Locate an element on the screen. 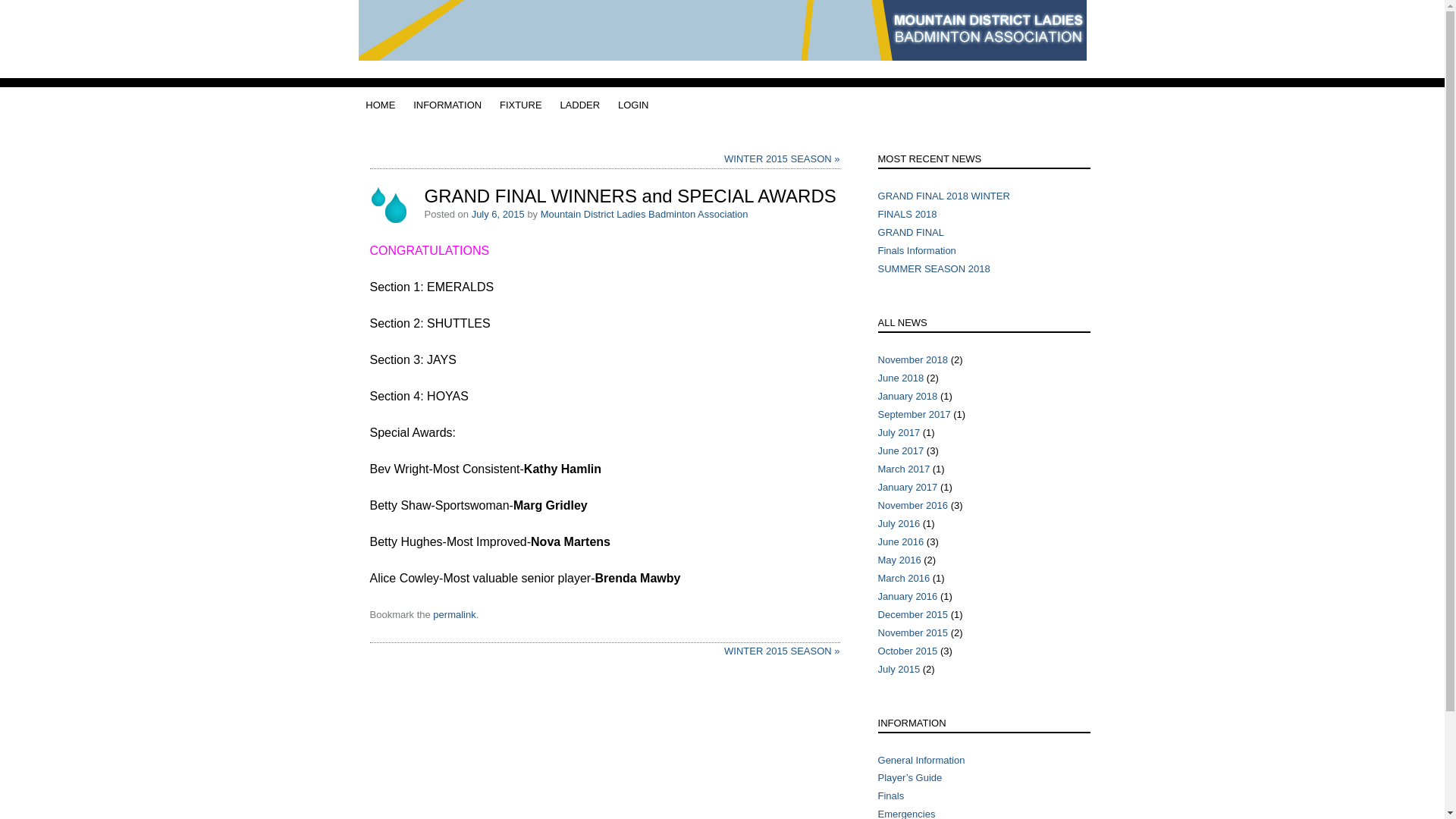 The width and height of the screenshot is (1456, 819). 'FINALS 2018' is located at coordinates (907, 214).